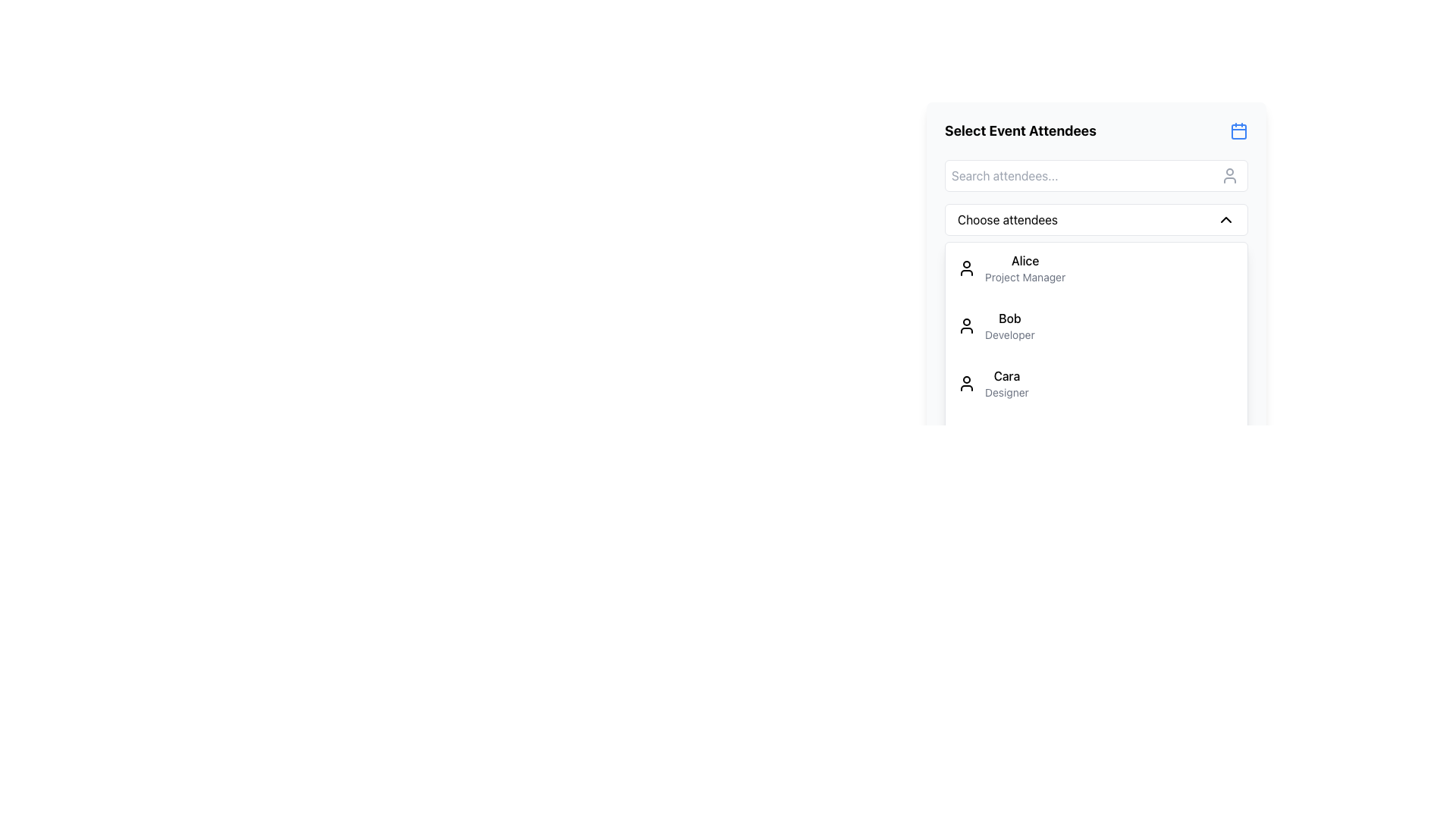 This screenshot has height=819, width=1456. What do you see at coordinates (966, 268) in the screenshot?
I see `the user icon representing 'Alice', the Project Manager, which is positioned to the left of the text in the dropdown menu titled 'Choose attendees'` at bounding box center [966, 268].